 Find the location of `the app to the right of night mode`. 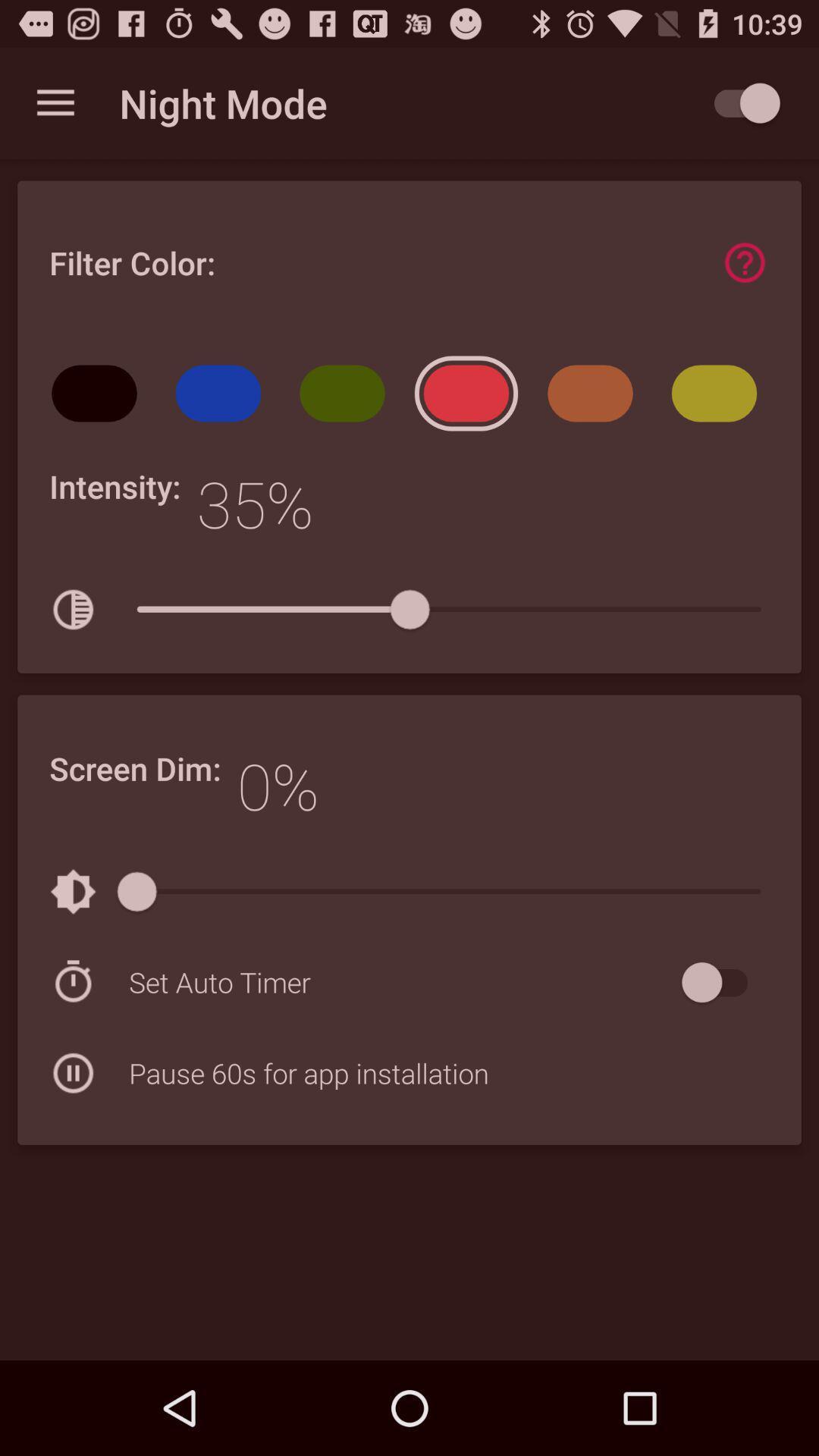

the app to the right of night mode is located at coordinates (739, 102).